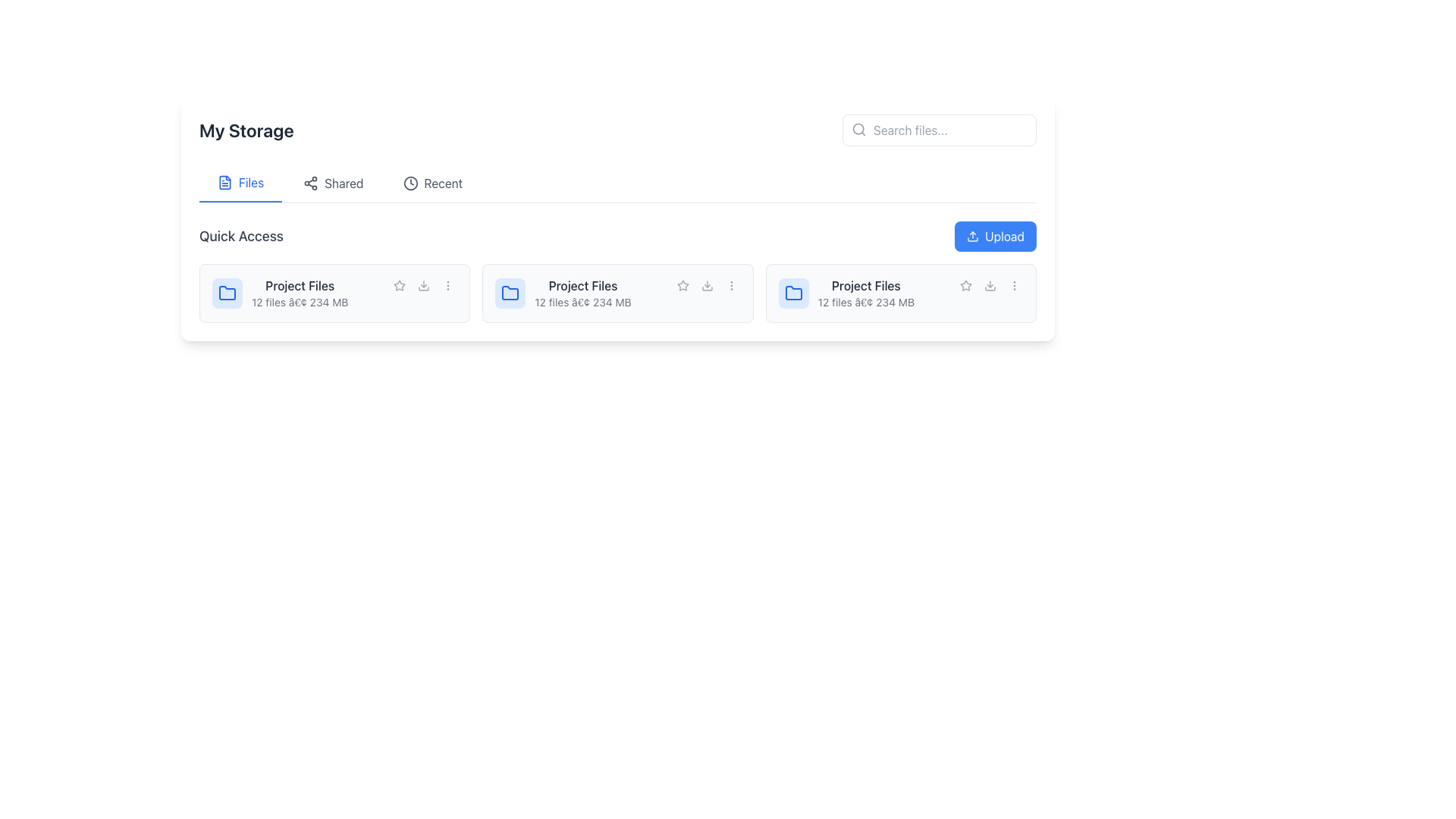  I want to click on the gray ellipsis button with three dots located at the lower-right corner of the file card, so click(1015, 286).